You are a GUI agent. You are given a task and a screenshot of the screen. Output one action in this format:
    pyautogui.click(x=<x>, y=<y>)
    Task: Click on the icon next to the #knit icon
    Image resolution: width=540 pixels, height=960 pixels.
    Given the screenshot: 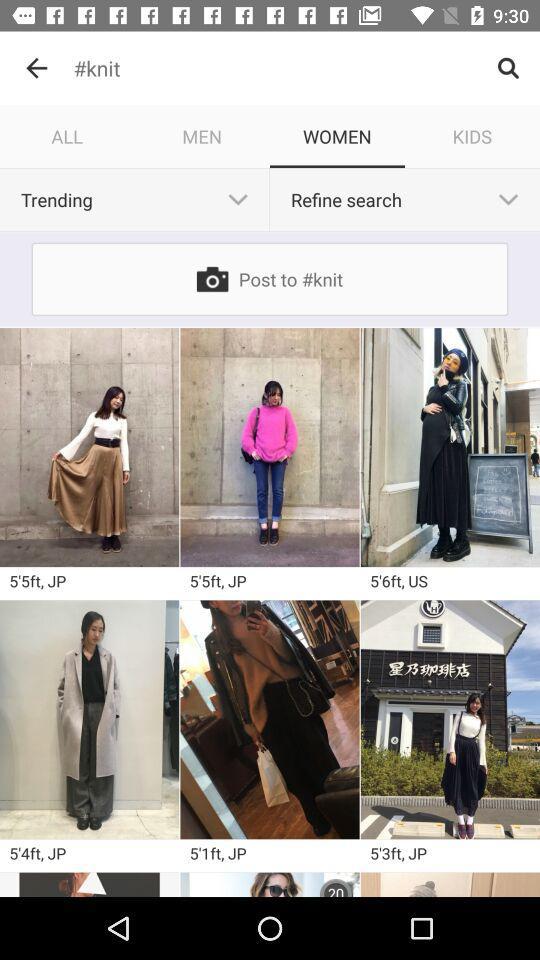 What is the action you would take?
    pyautogui.click(x=36, y=68)
    